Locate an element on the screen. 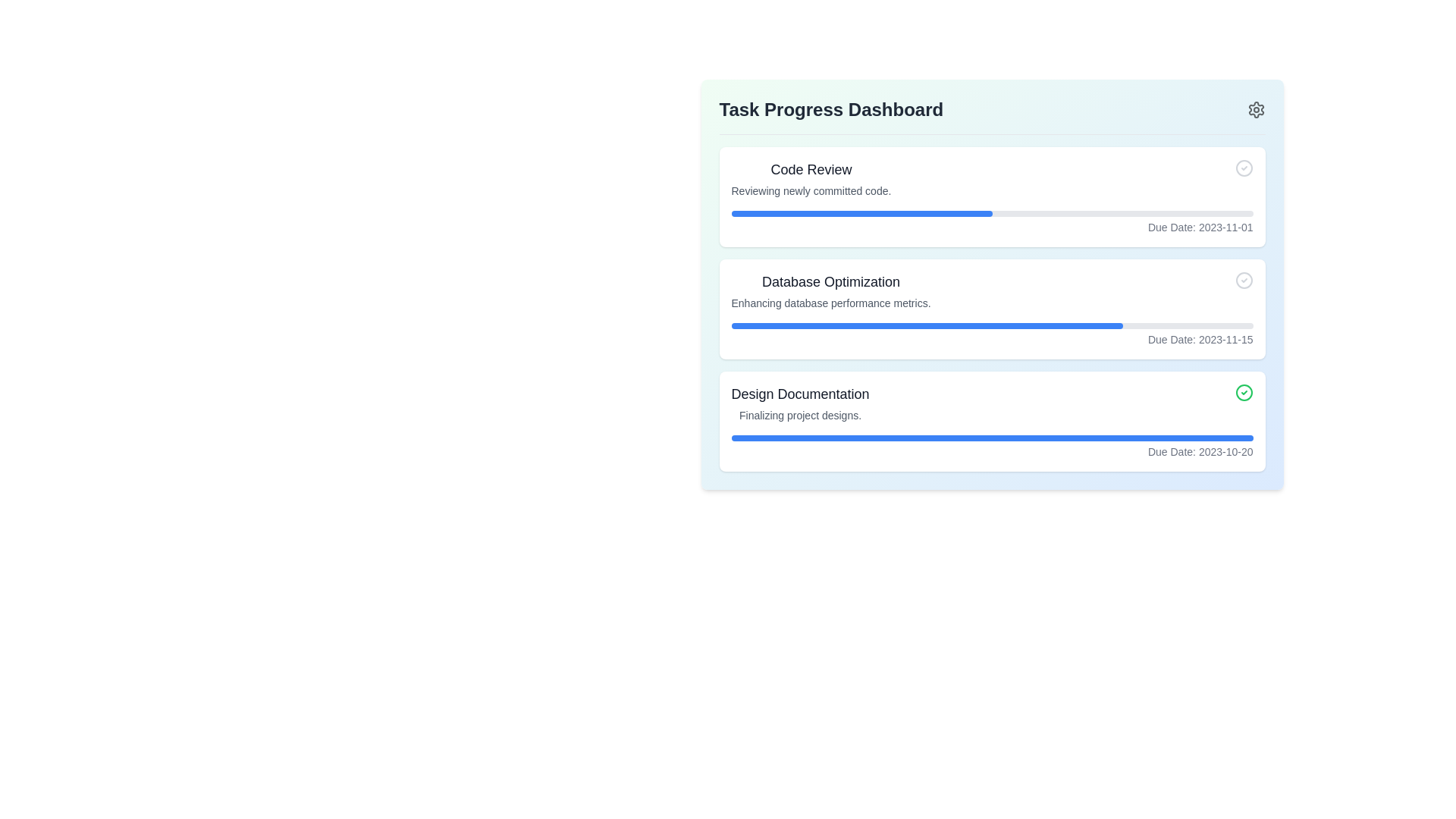 The image size is (1456, 819). the Label Text that represents the task 'Database Optimization' in the progress dashboard for identification is located at coordinates (830, 281).